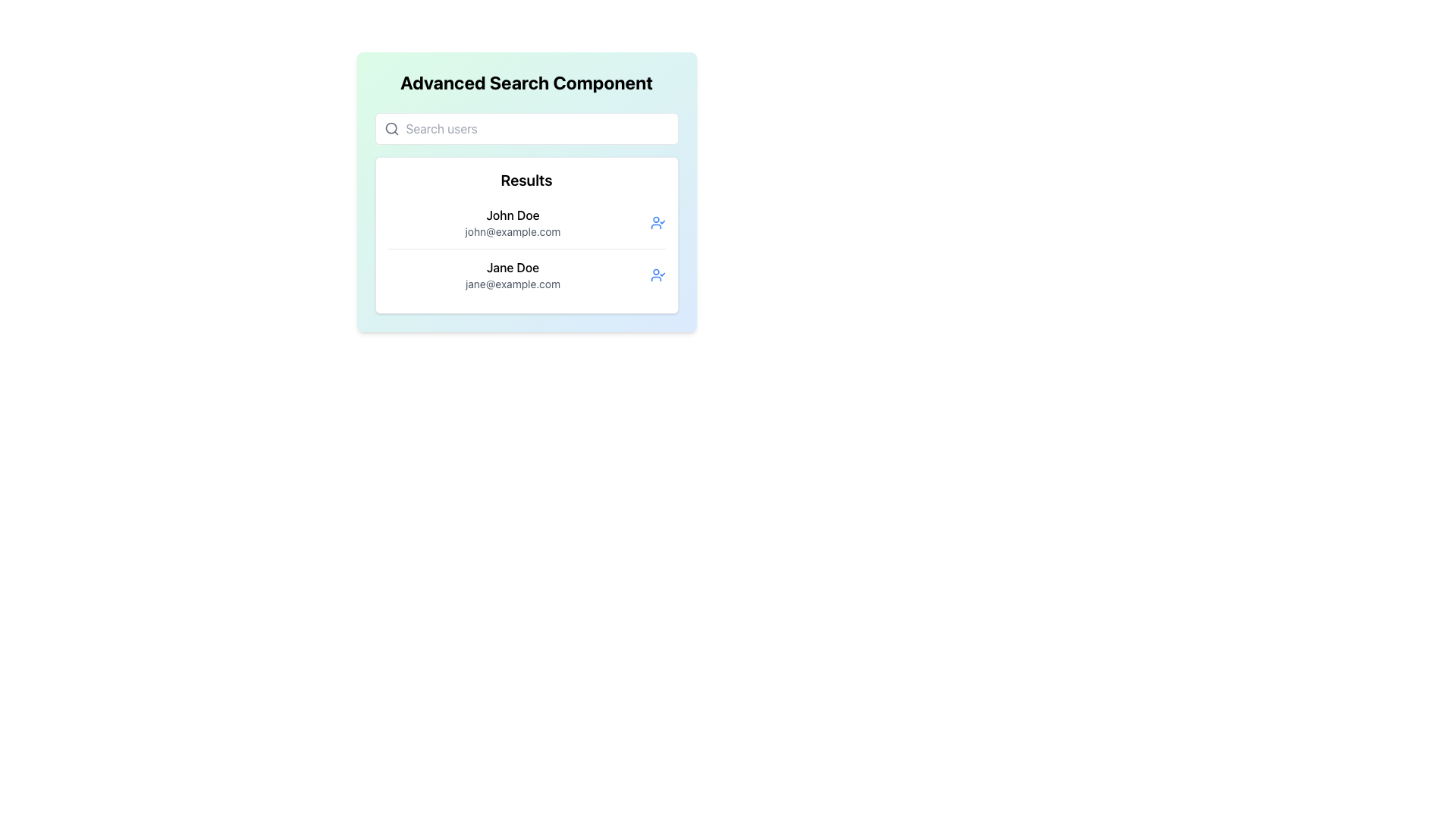 This screenshot has width=1456, height=819. What do you see at coordinates (513, 284) in the screenshot?
I see `the text label displaying 'jane@example.com', which is located beneath the bold 'Jane Doe' label in the second result block` at bounding box center [513, 284].